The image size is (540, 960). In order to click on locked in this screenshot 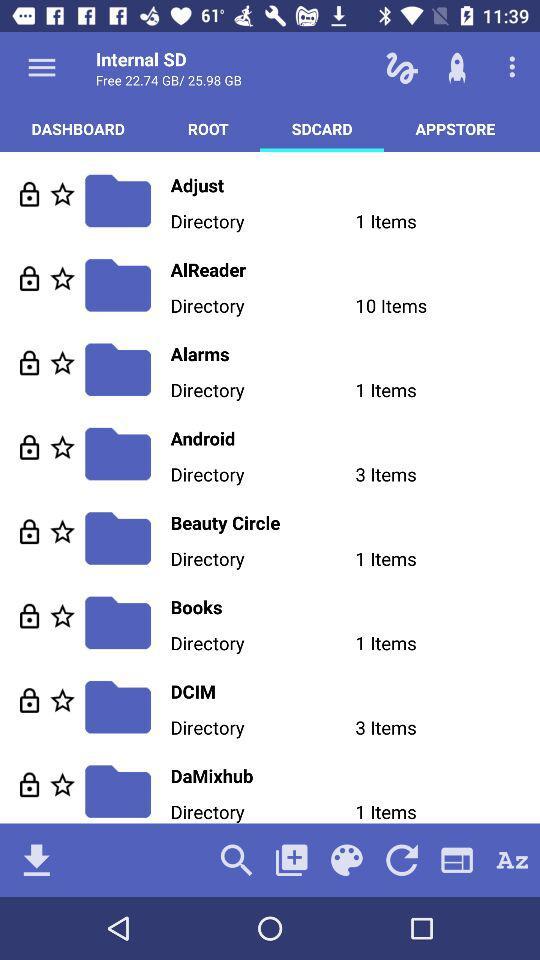, I will do `click(28, 530)`.